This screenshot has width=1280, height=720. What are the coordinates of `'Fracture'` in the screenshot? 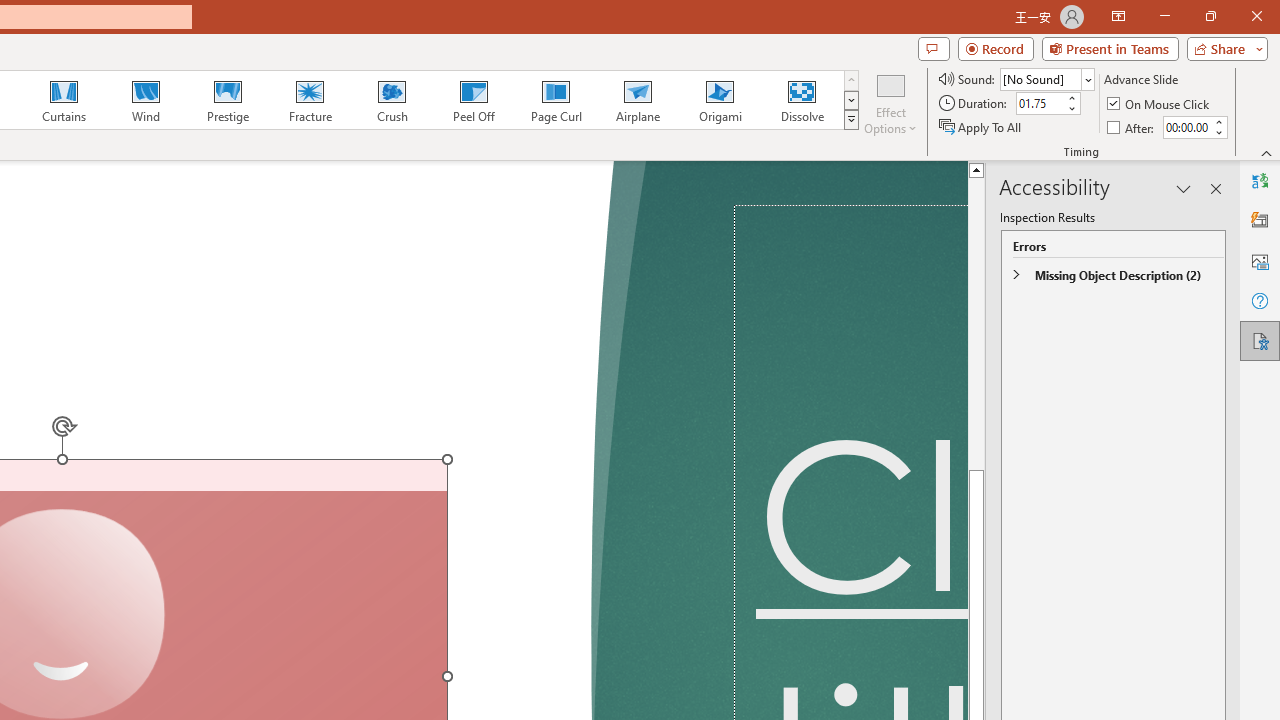 It's located at (308, 100).